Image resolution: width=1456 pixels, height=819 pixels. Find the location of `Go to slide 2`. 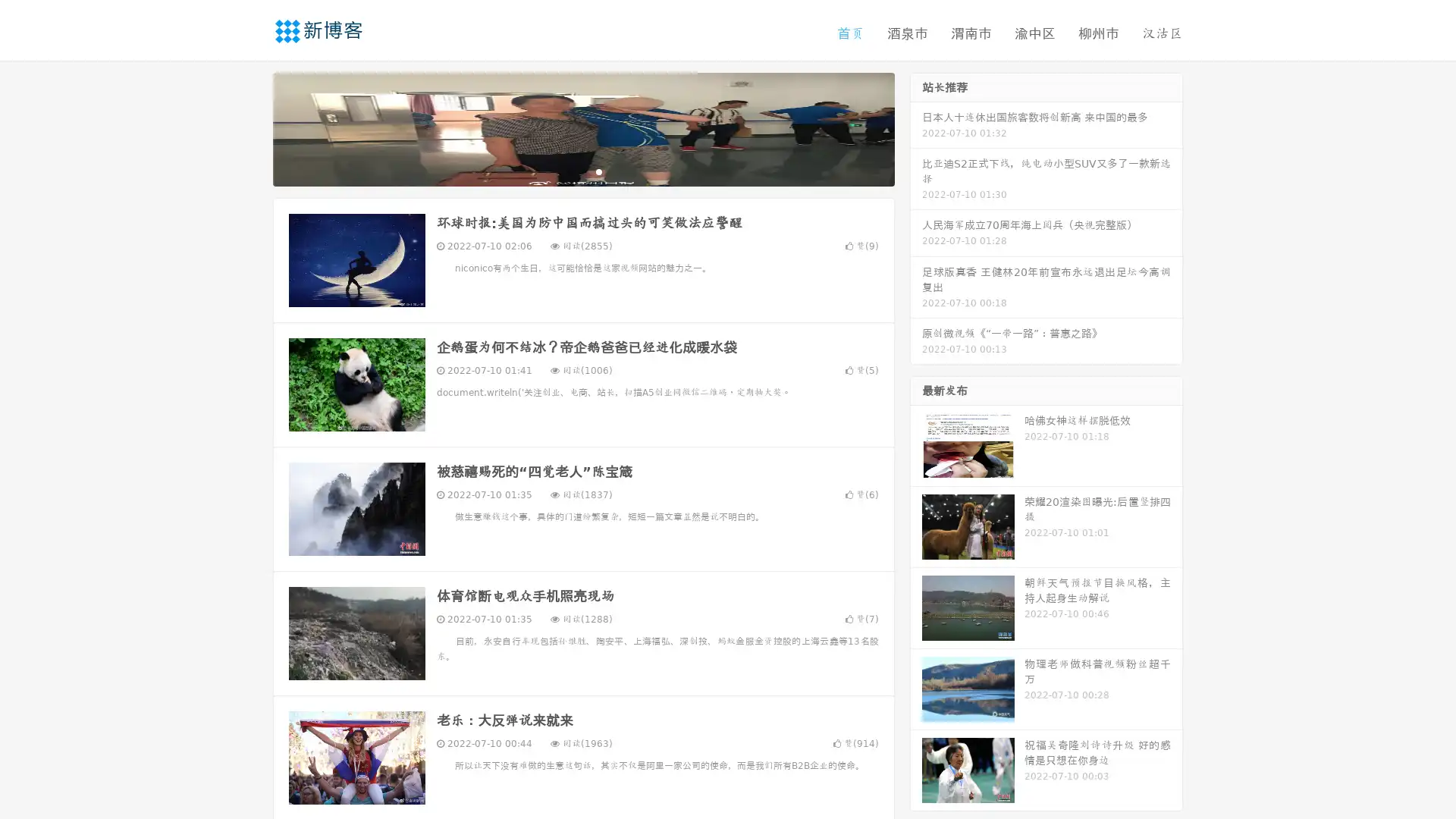

Go to slide 2 is located at coordinates (582, 171).